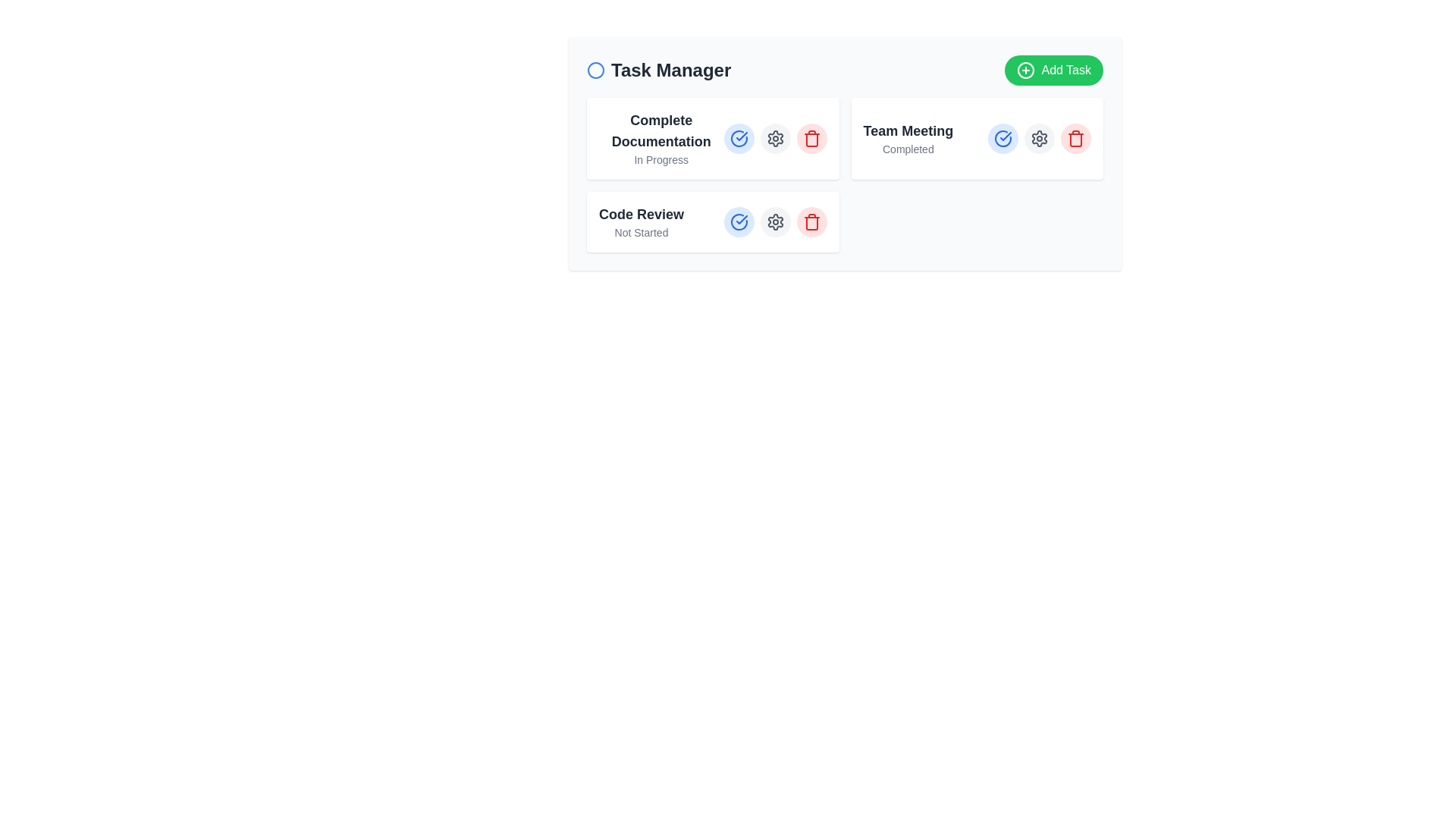 The image size is (1456, 819). I want to click on the delete button for the task 'Complete Documentation', so click(811, 138).